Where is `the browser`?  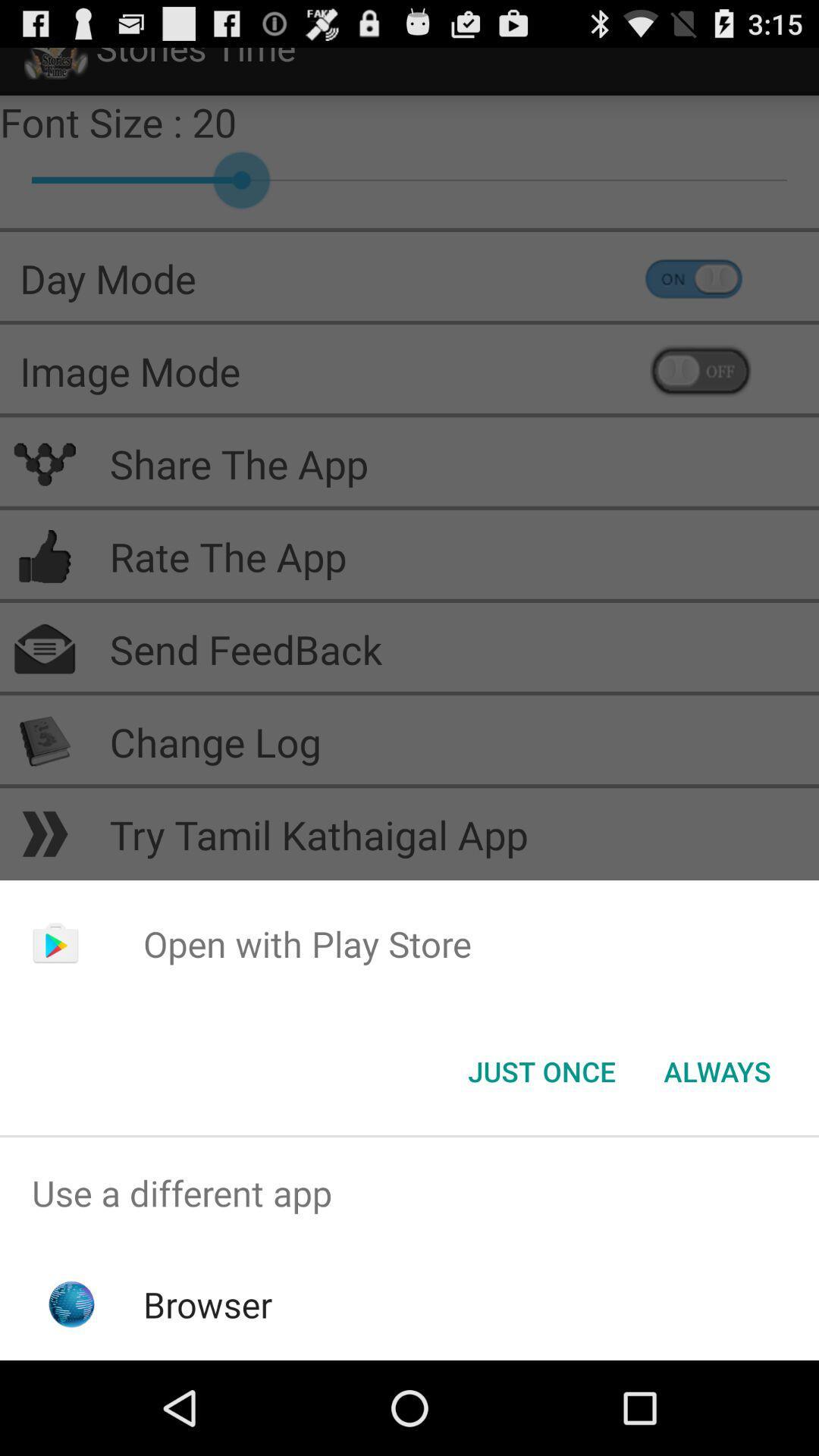 the browser is located at coordinates (208, 1304).